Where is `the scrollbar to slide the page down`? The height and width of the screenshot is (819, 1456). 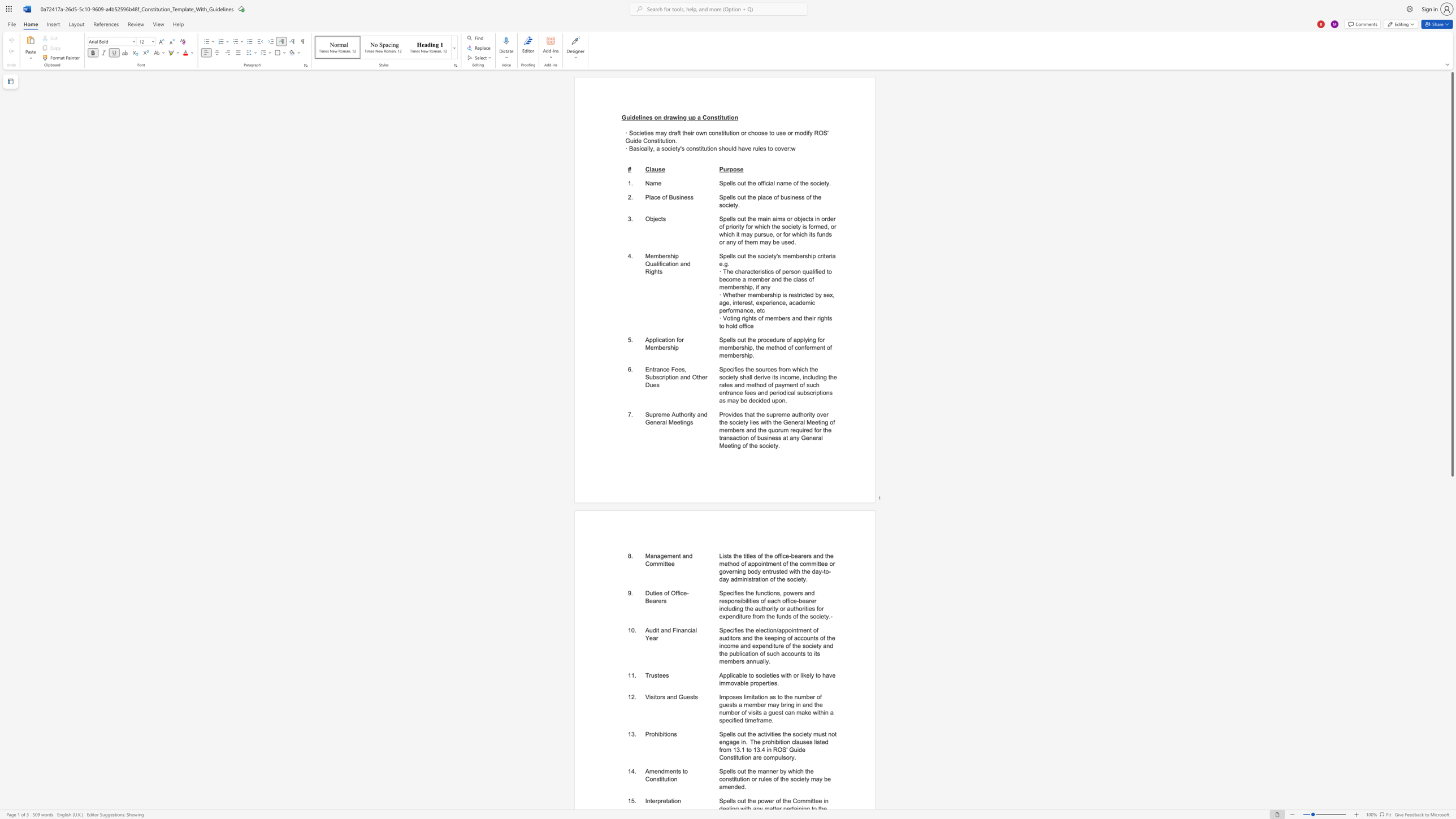 the scrollbar to slide the page down is located at coordinates (1451, 625).